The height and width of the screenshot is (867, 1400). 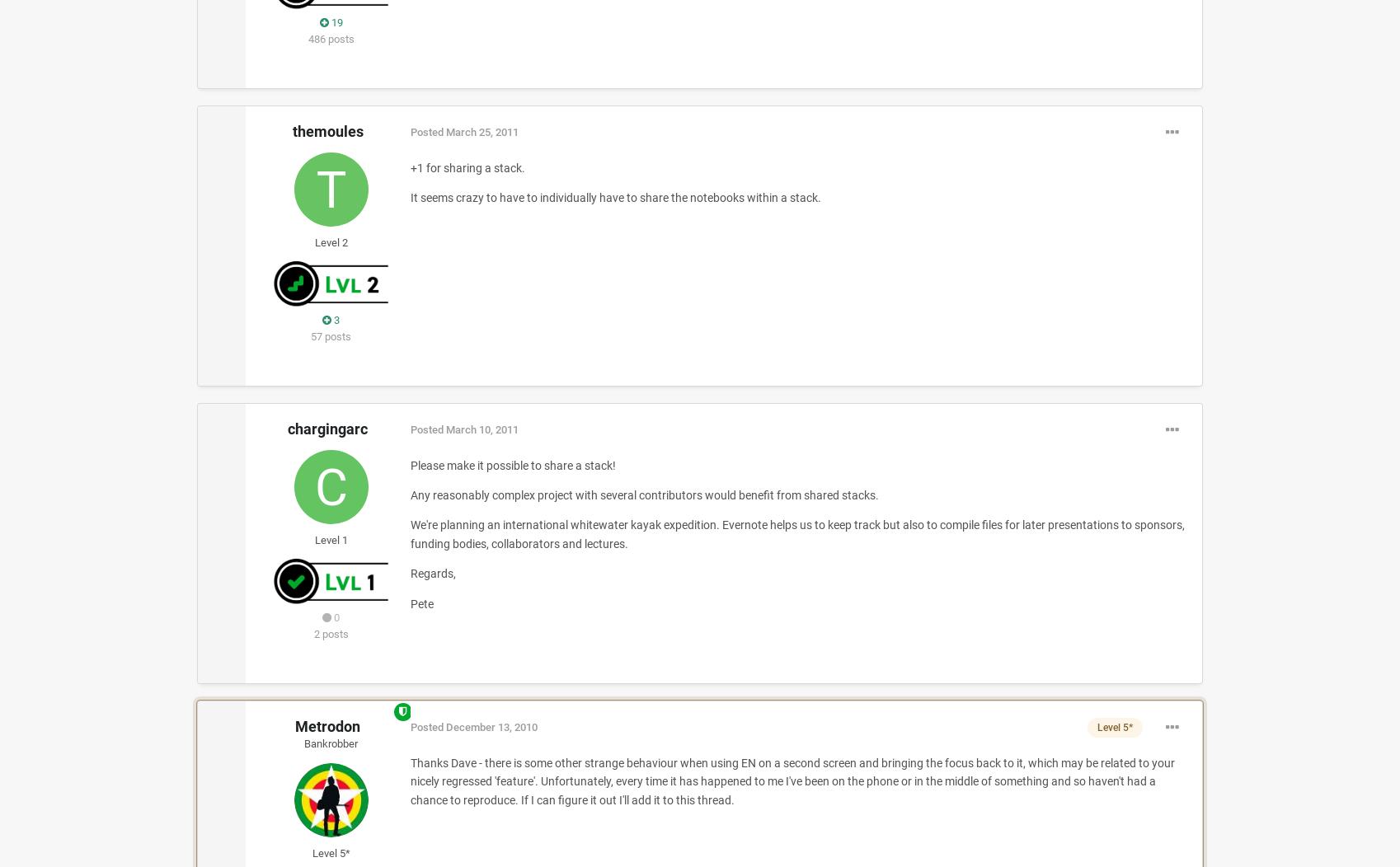 What do you see at coordinates (432, 573) in the screenshot?
I see `'Regards,'` at bounding box center [432, 573].